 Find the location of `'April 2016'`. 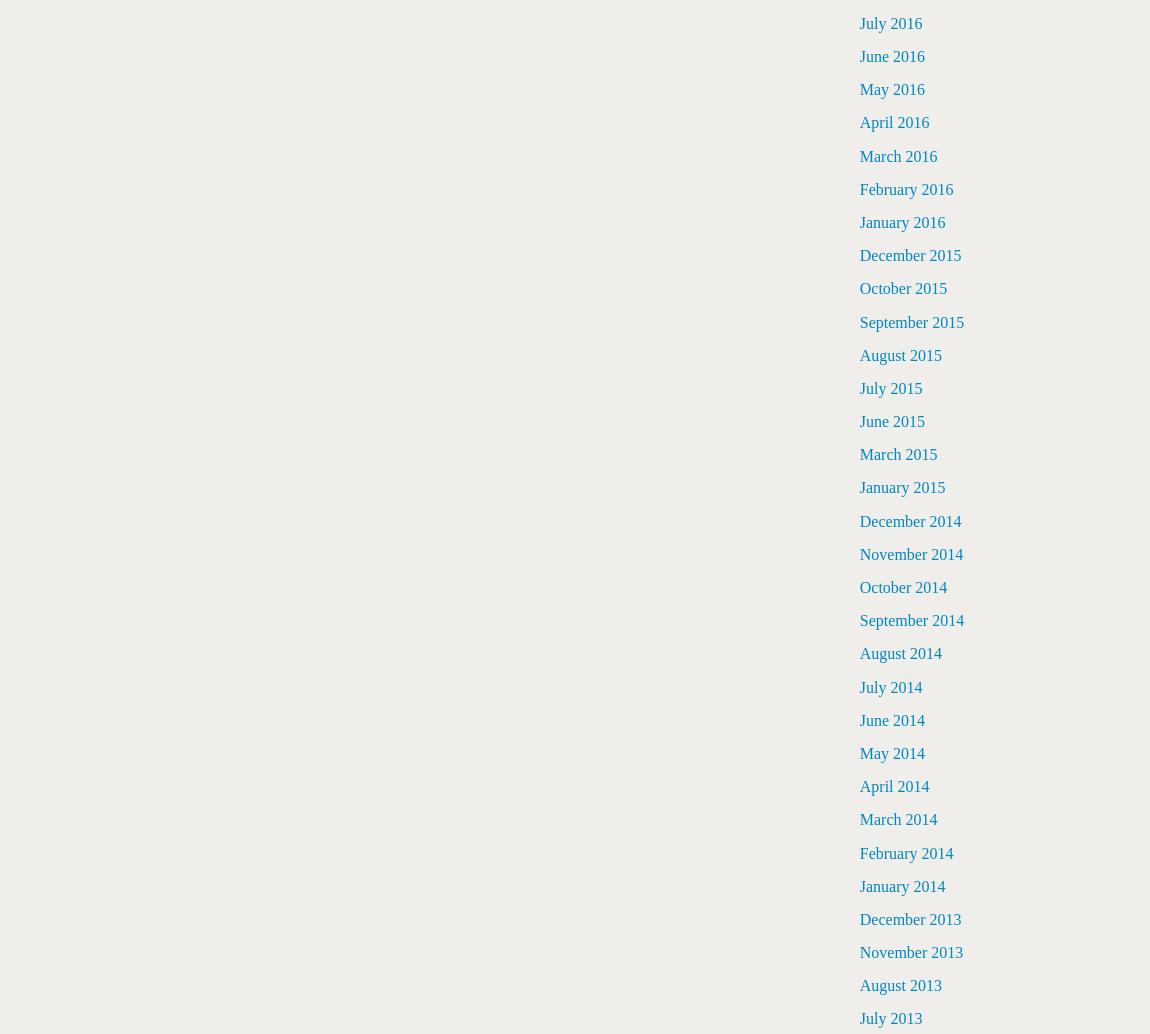

'April 2016' is located at coordinates (894, 122).